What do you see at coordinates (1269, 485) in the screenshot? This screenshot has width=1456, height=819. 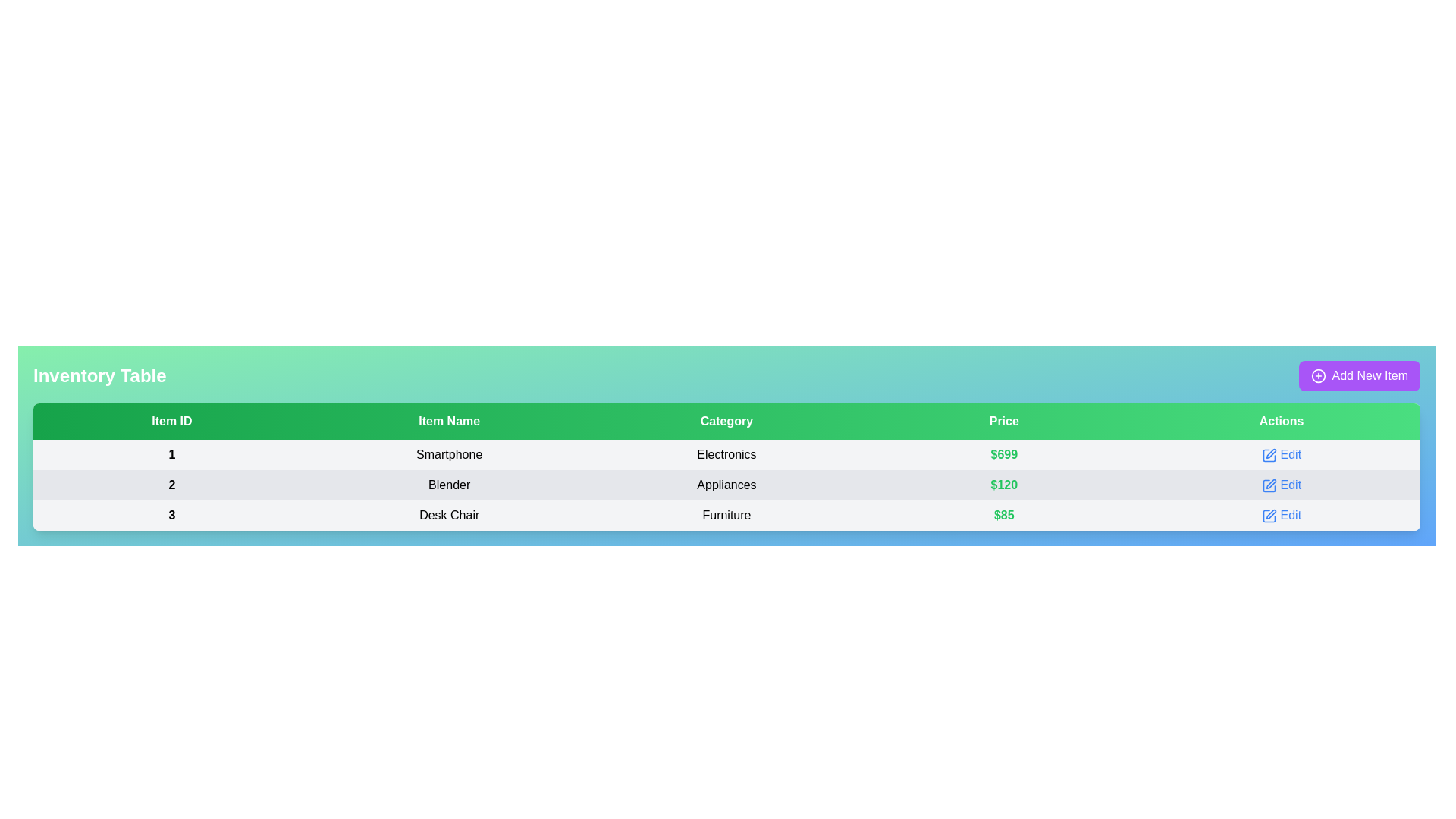 I see `the edit icon in the 'Actions' column for the second item, 'Blender', to initiate the edit action` at bounding box center [1269, 485].